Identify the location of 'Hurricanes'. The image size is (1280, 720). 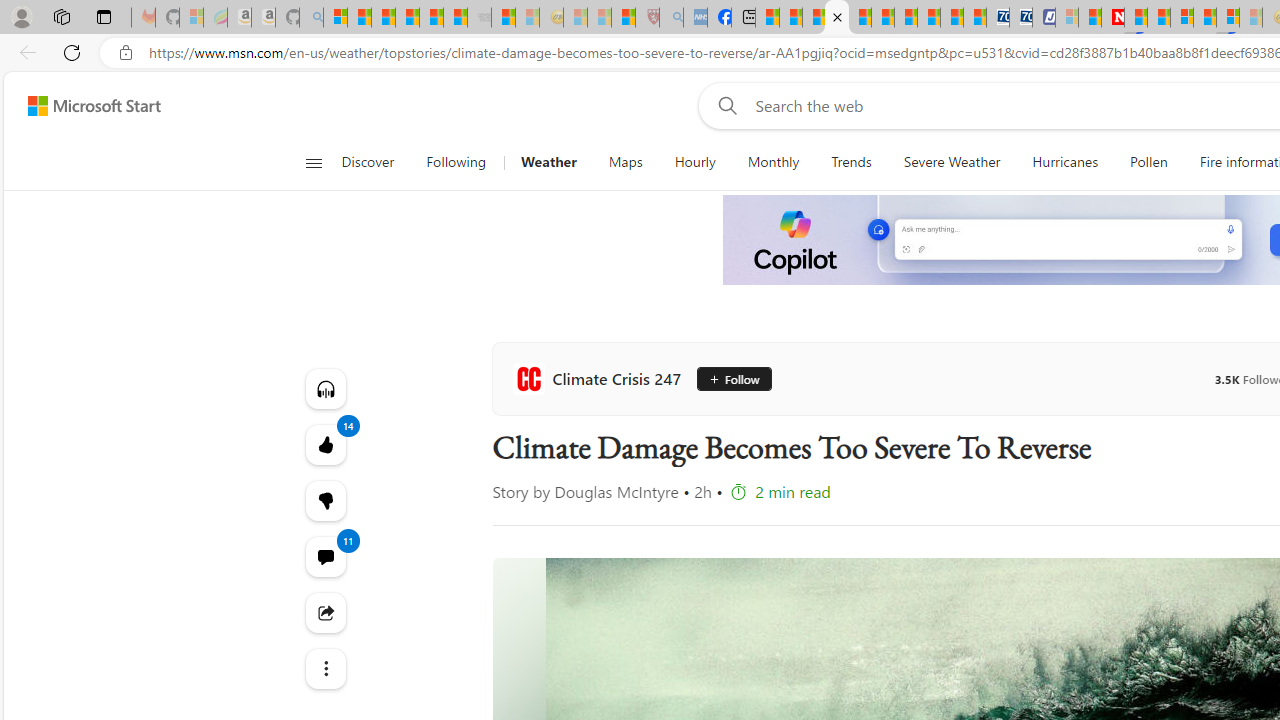
(1064, 162).